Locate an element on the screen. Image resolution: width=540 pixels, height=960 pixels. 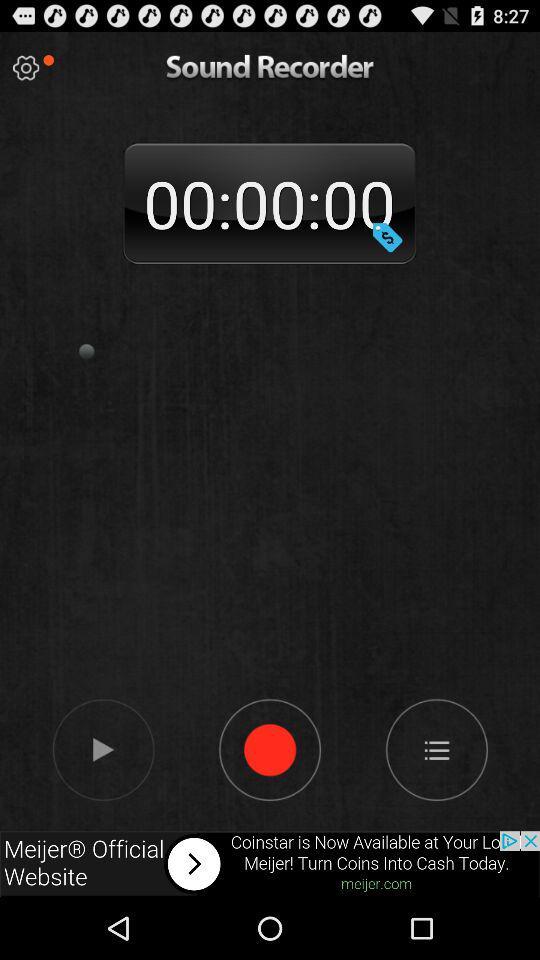
stop recording is located at coordinates (269, 748).